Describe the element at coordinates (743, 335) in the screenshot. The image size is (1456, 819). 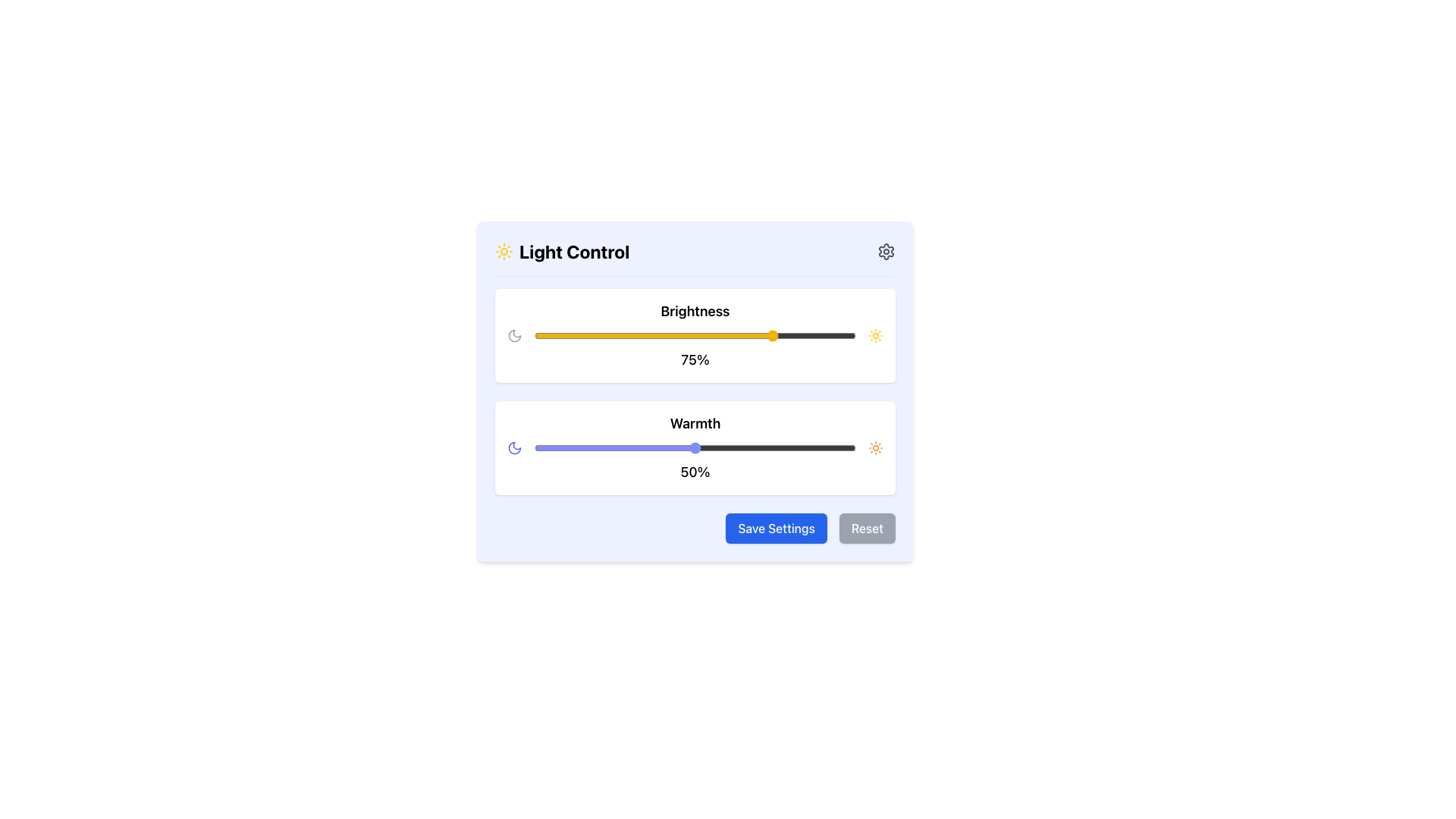
I see `brightness` at that location.